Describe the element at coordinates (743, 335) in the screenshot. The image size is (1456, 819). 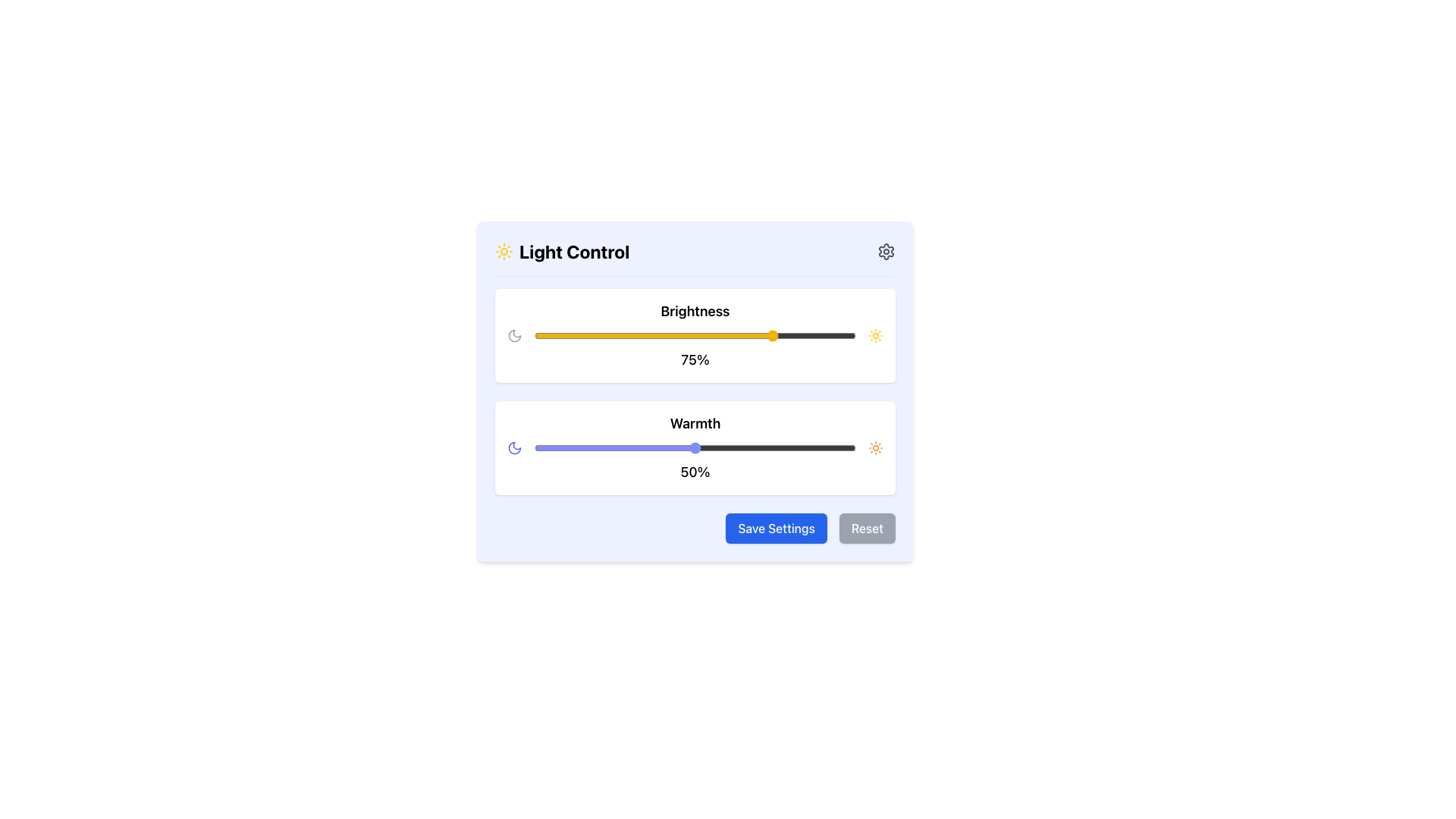
I see `brightness` at that location.